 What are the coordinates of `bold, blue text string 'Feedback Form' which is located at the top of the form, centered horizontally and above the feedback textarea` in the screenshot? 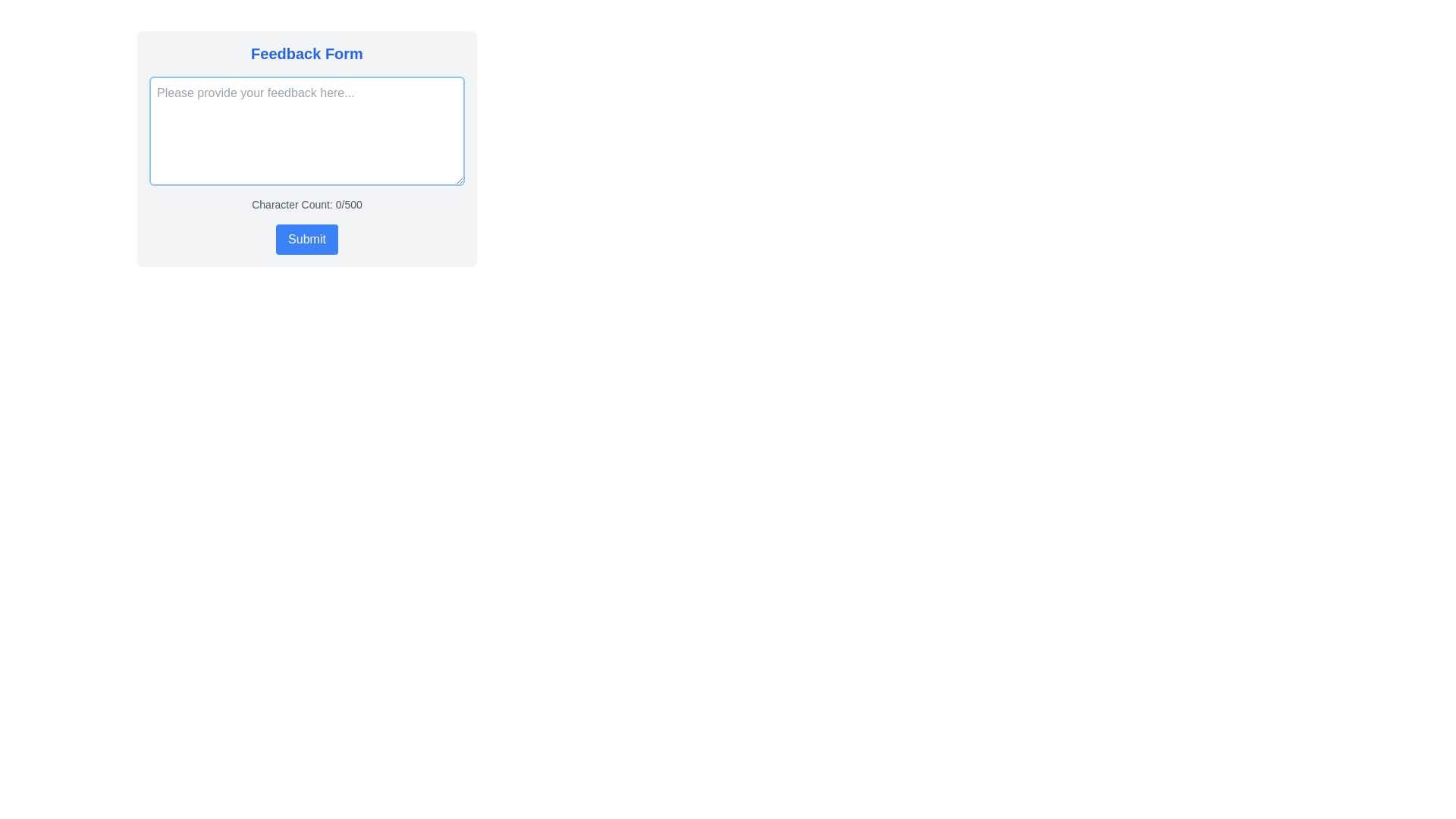 It's located at (306, 52).